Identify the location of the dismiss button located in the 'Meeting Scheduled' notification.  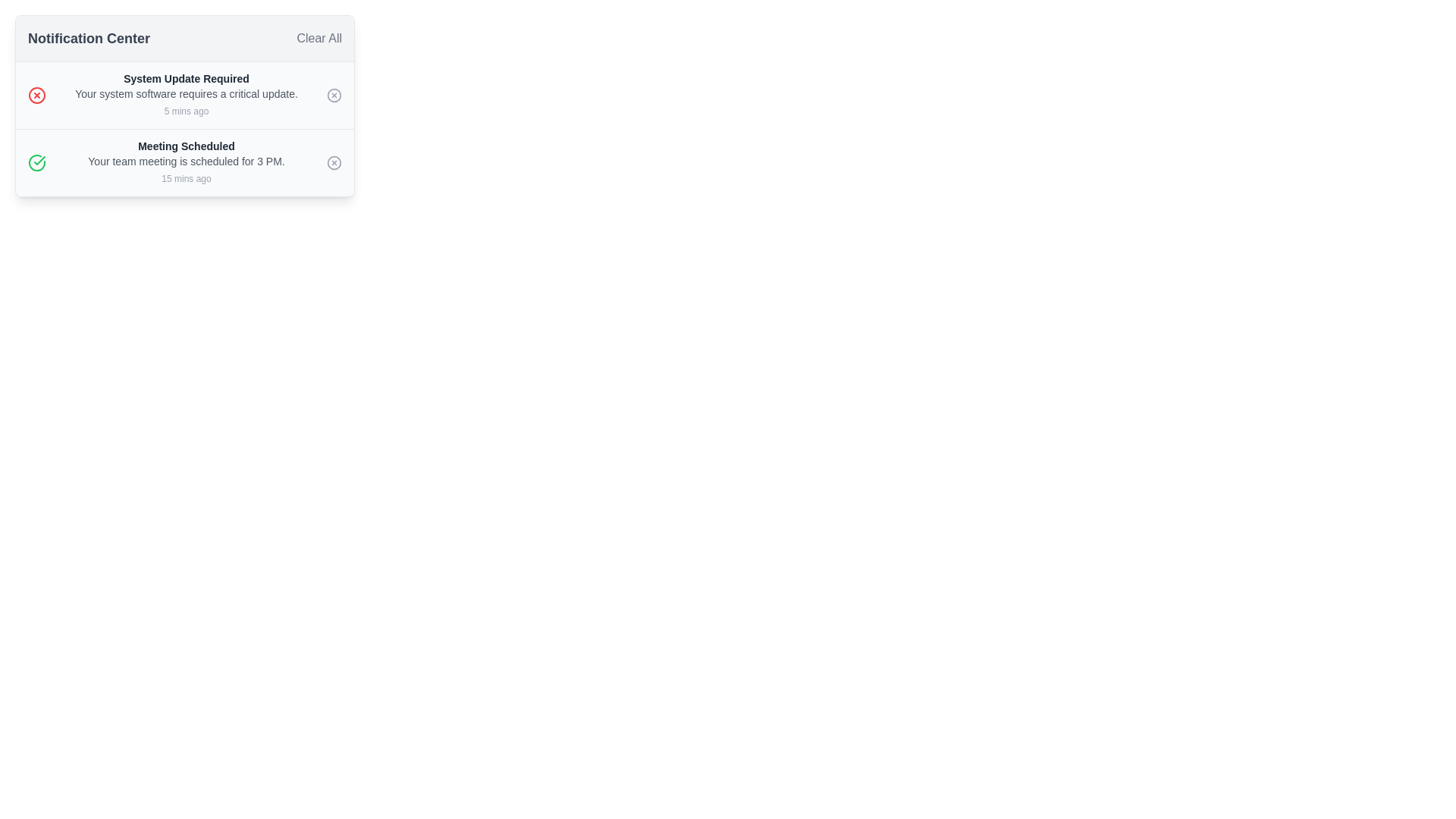
(334, 163).